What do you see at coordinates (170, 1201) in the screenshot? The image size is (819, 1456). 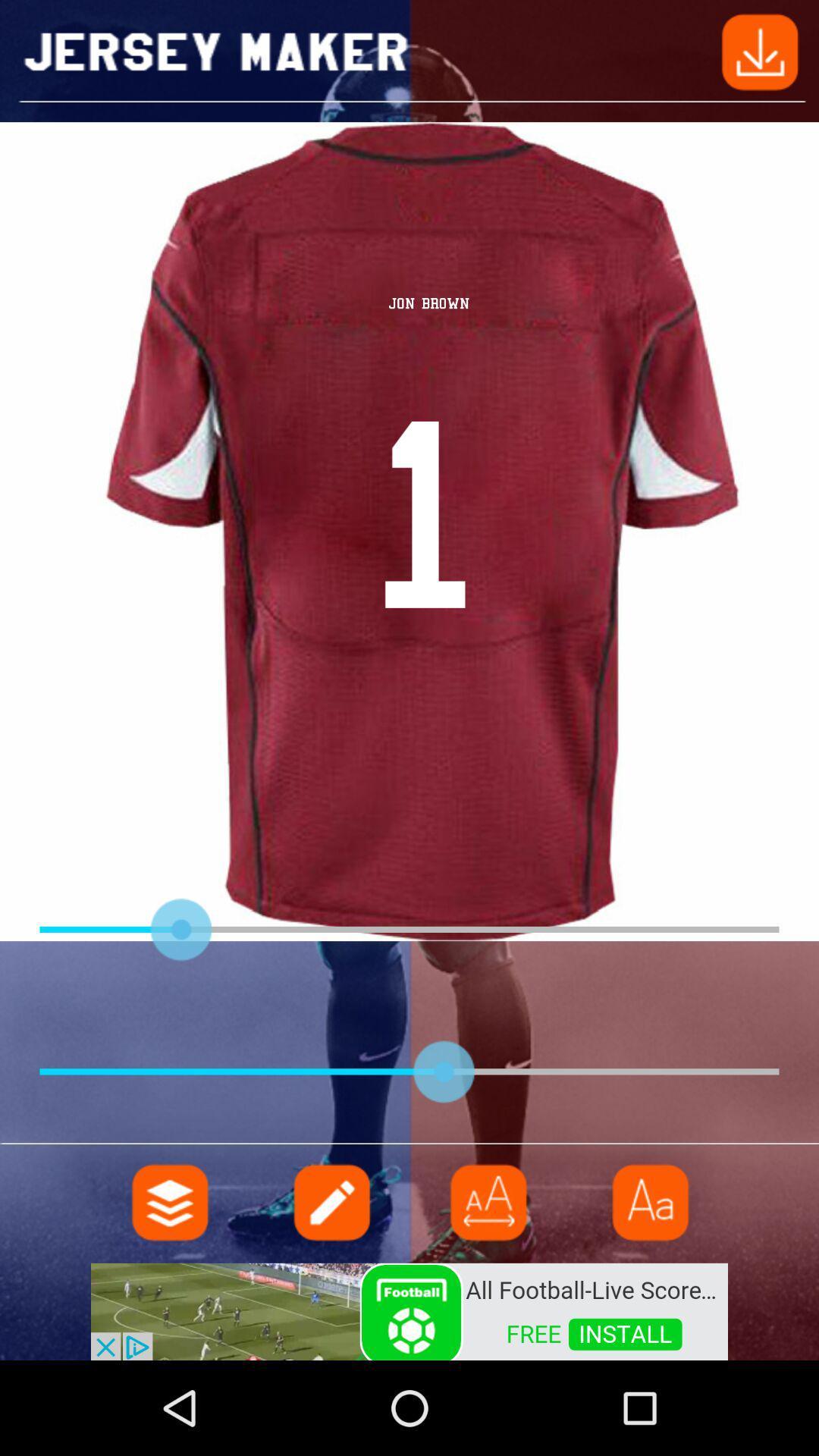 I see `settings button` at bounding box center [170, 1201].